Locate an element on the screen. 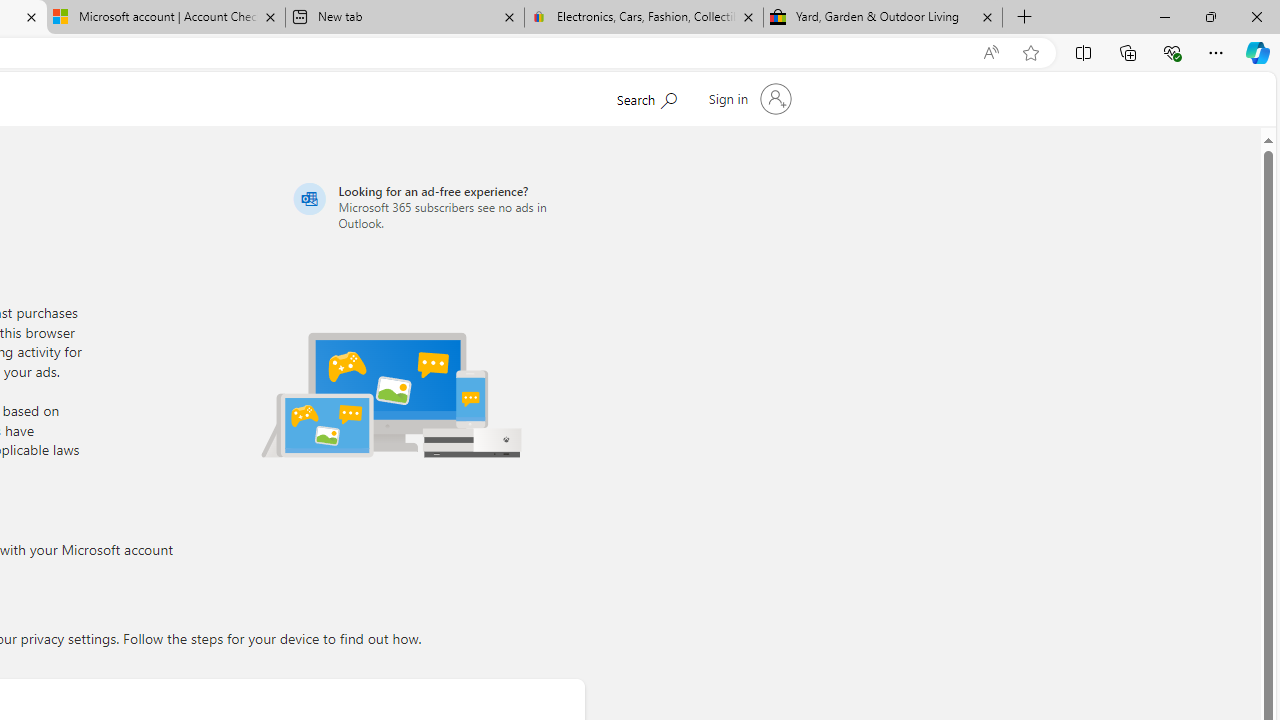 The width and height of the screenshot is (1280, 720). 'Looking for an ad-free experience?' is located at coordinates (435, 206).